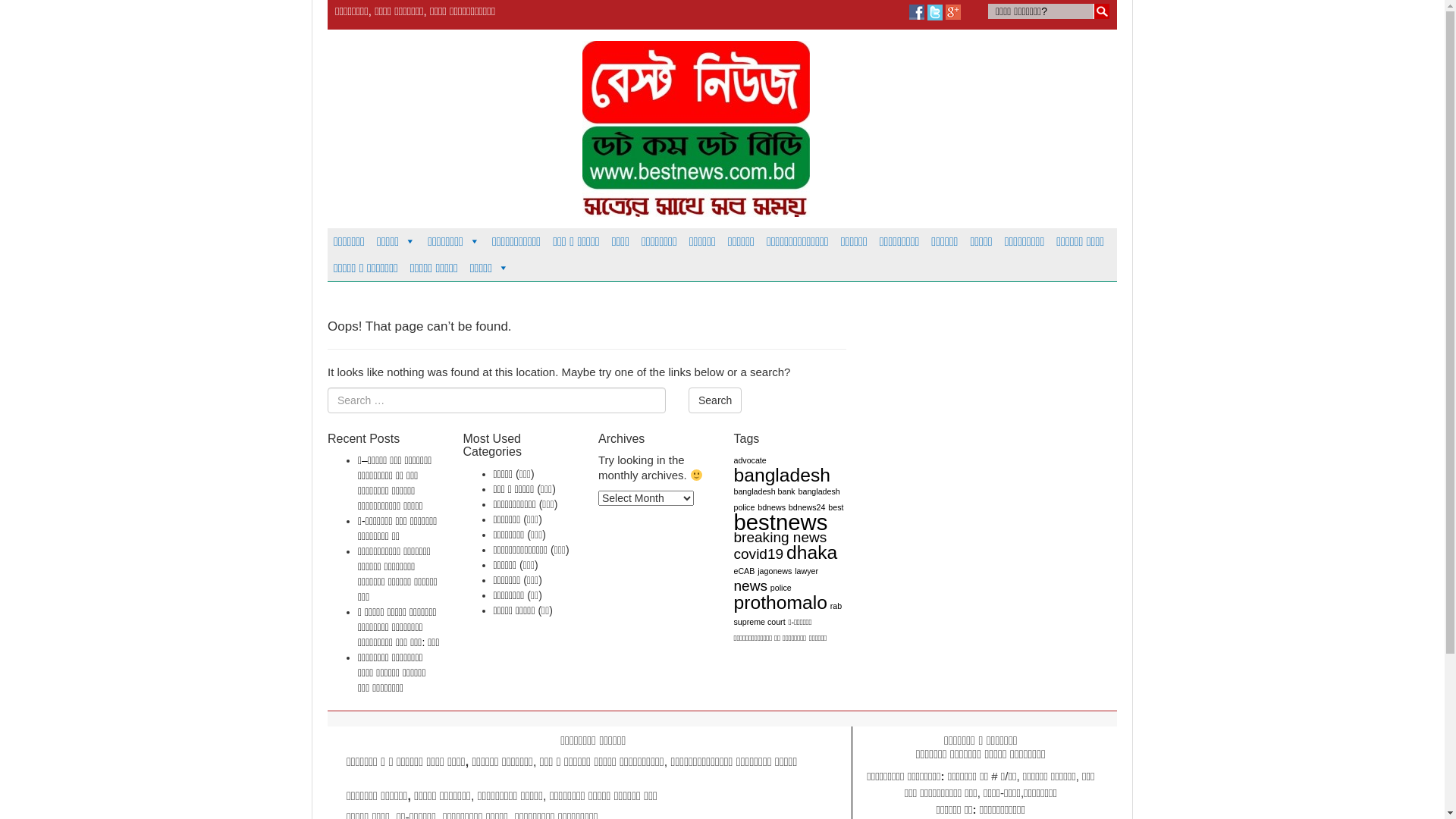 This screenshot has height=819, width=1456. I want to click on 'bestnews', so click(734, 521).